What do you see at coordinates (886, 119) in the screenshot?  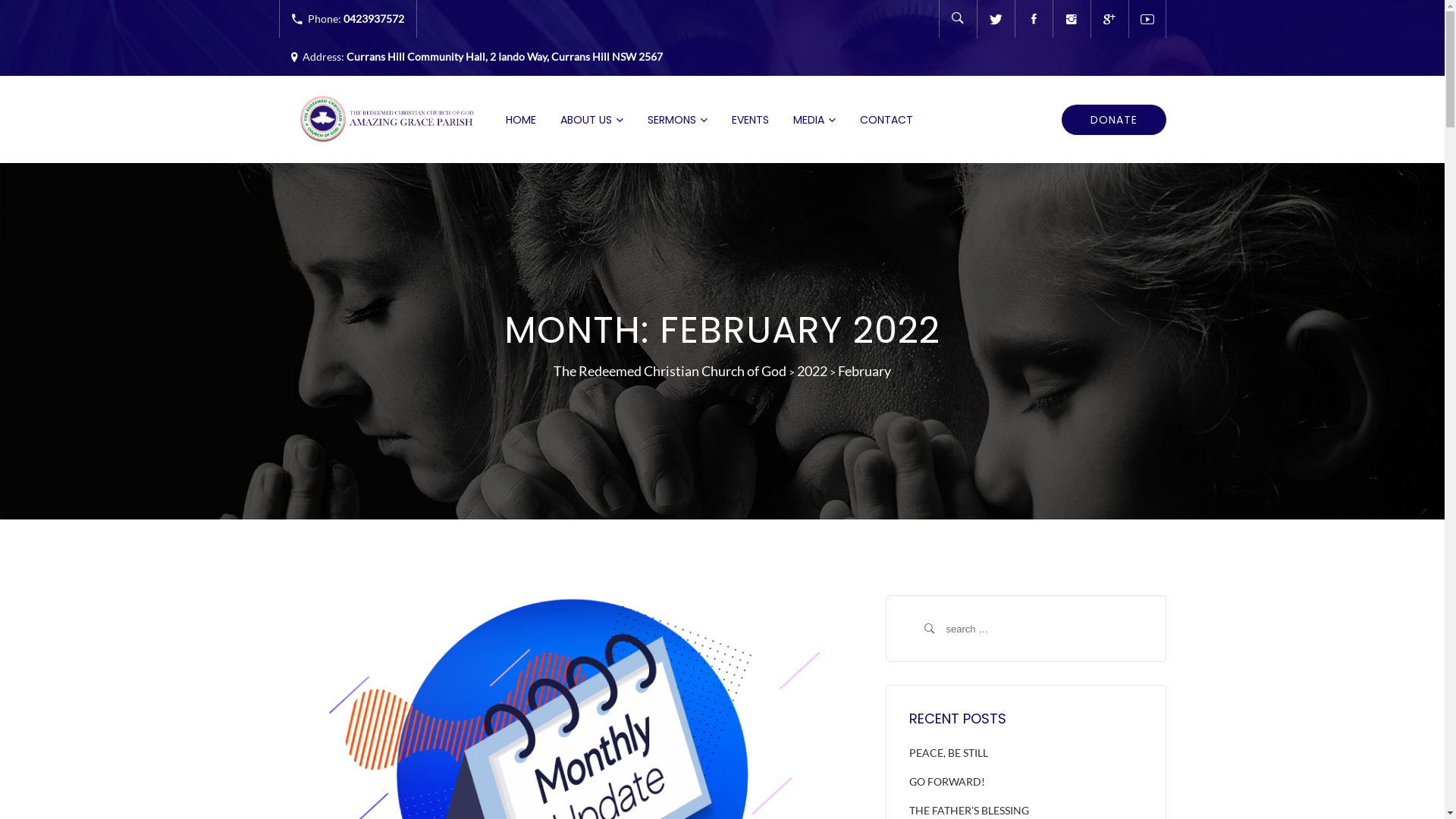 I see `'CONTACT'` at bounding box center [886, 119].